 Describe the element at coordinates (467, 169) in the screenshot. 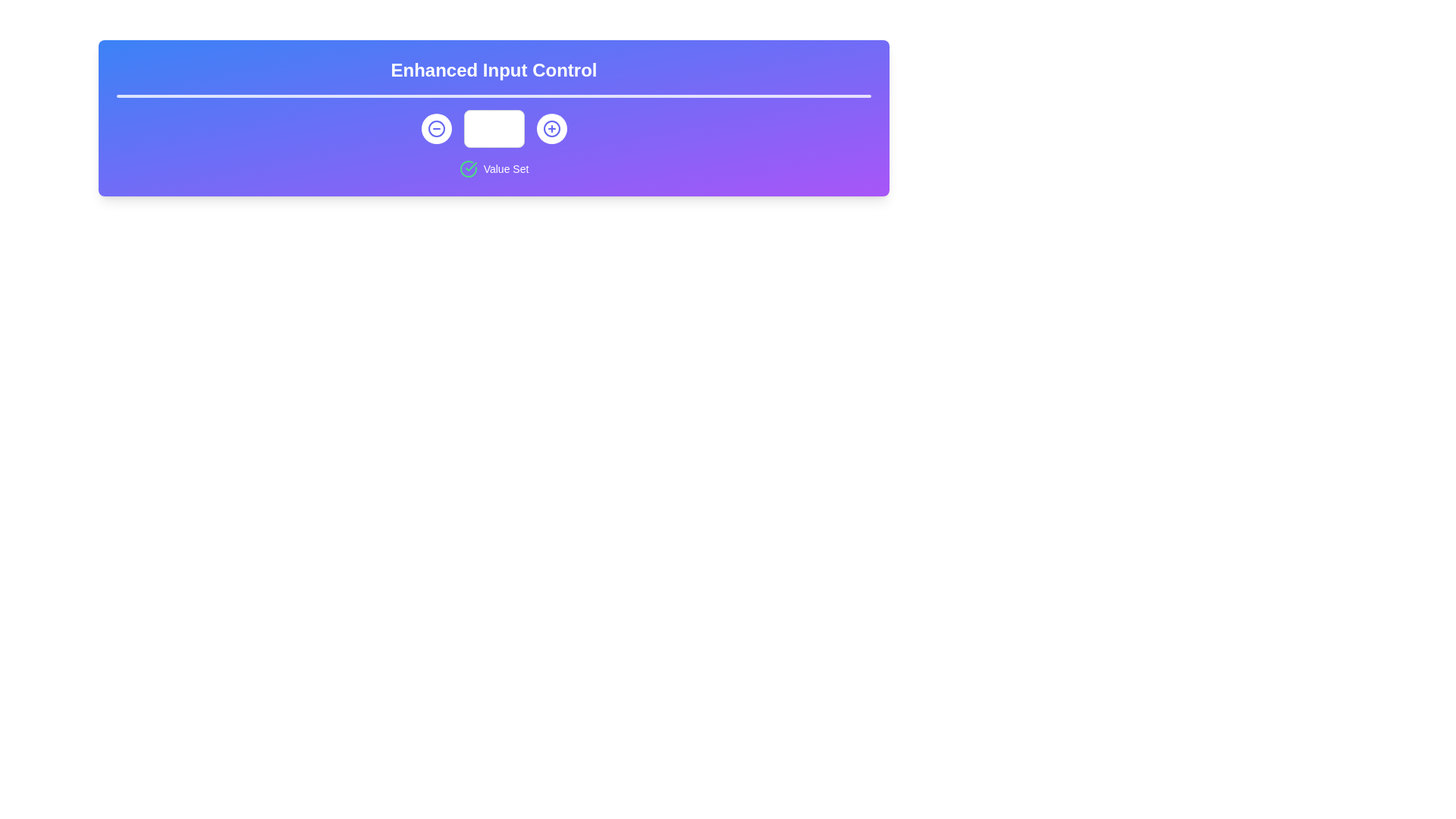

I see `the affirmative status icon located just below the text input field, aligned to the left of the 'Value Set' label` at that location.